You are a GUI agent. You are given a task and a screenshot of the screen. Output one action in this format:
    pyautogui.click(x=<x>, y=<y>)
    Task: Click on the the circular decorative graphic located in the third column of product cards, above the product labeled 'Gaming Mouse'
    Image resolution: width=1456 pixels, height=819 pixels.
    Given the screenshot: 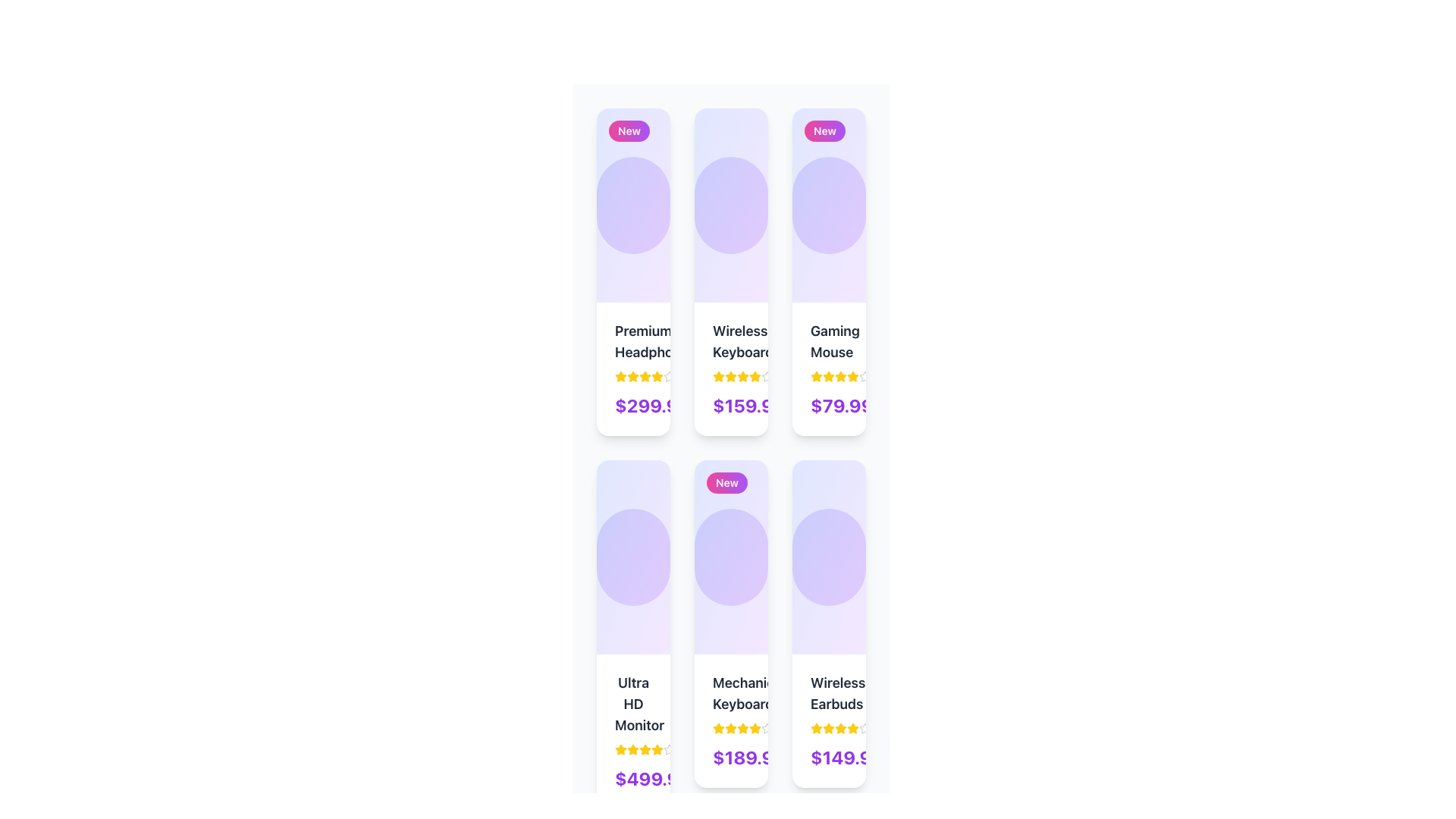 What is the action you would take?
    pyautogui.click(x=828, y=205)
    